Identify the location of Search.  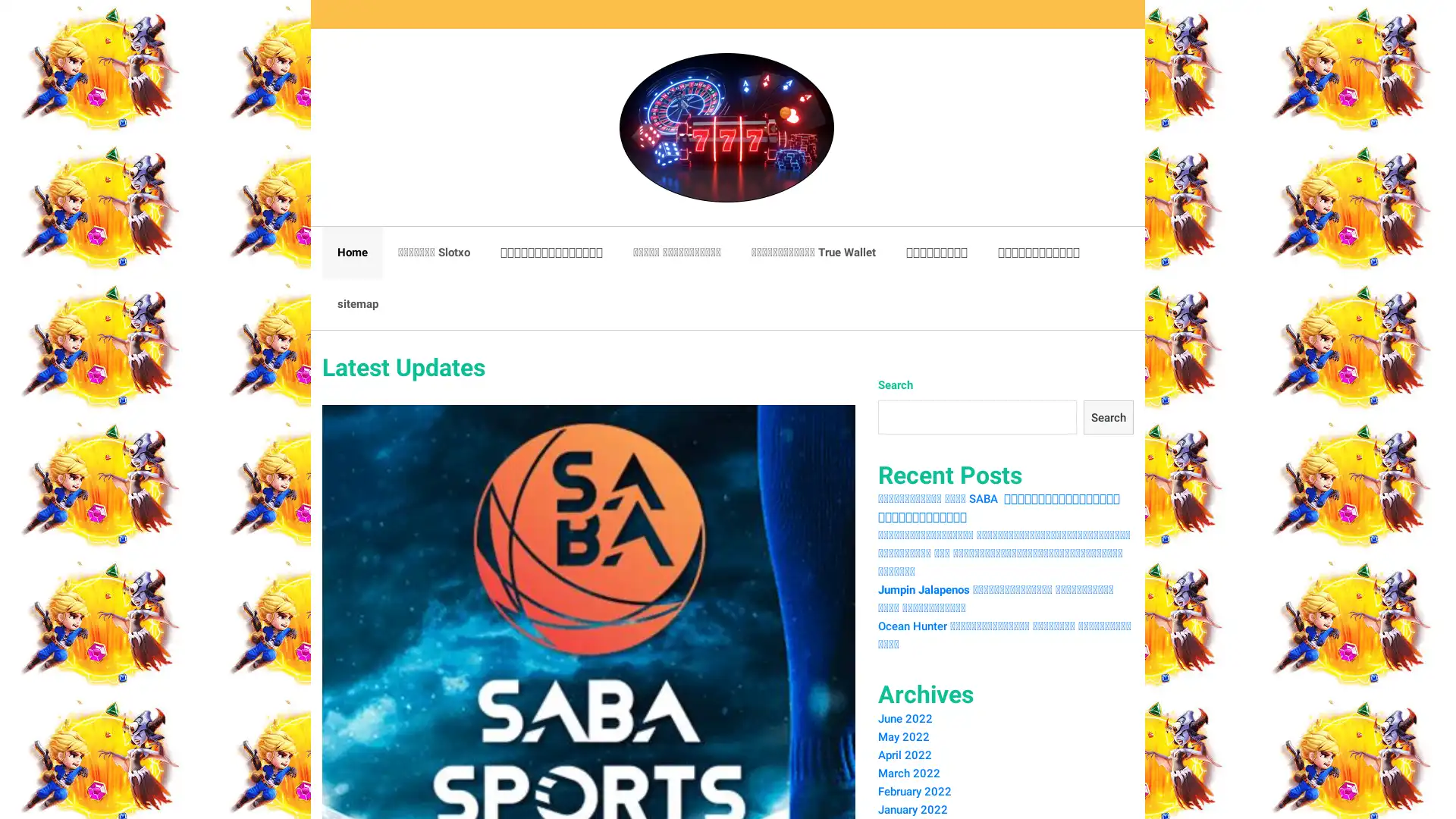
(1107, 417).